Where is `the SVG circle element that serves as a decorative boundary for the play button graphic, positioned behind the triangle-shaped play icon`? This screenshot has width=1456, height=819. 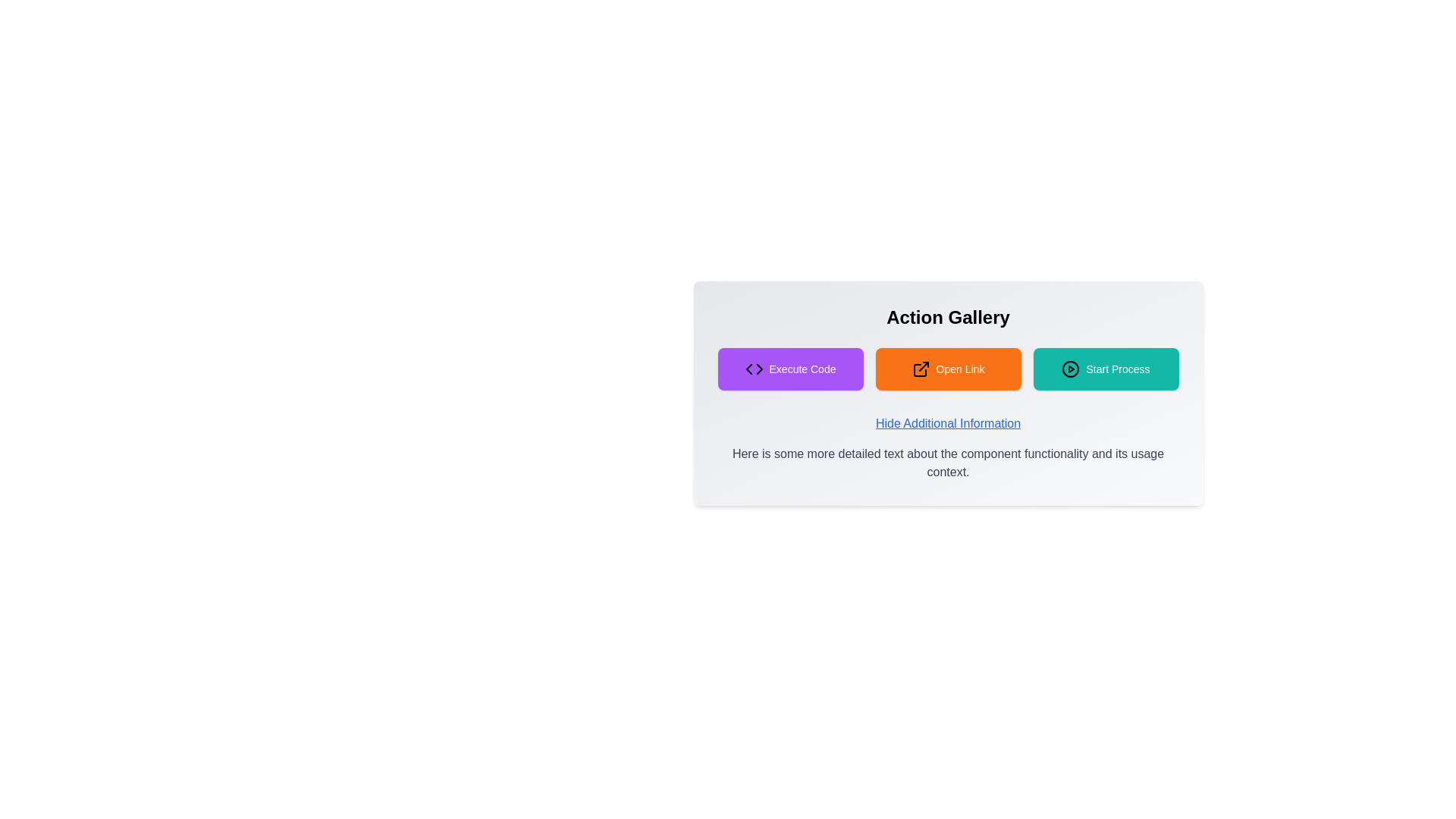 the SVG circle element that serves as a decorative boundary for the play button graphic, positioned behind the triangle-shaped play icon is located at coordinates (1070, 369).